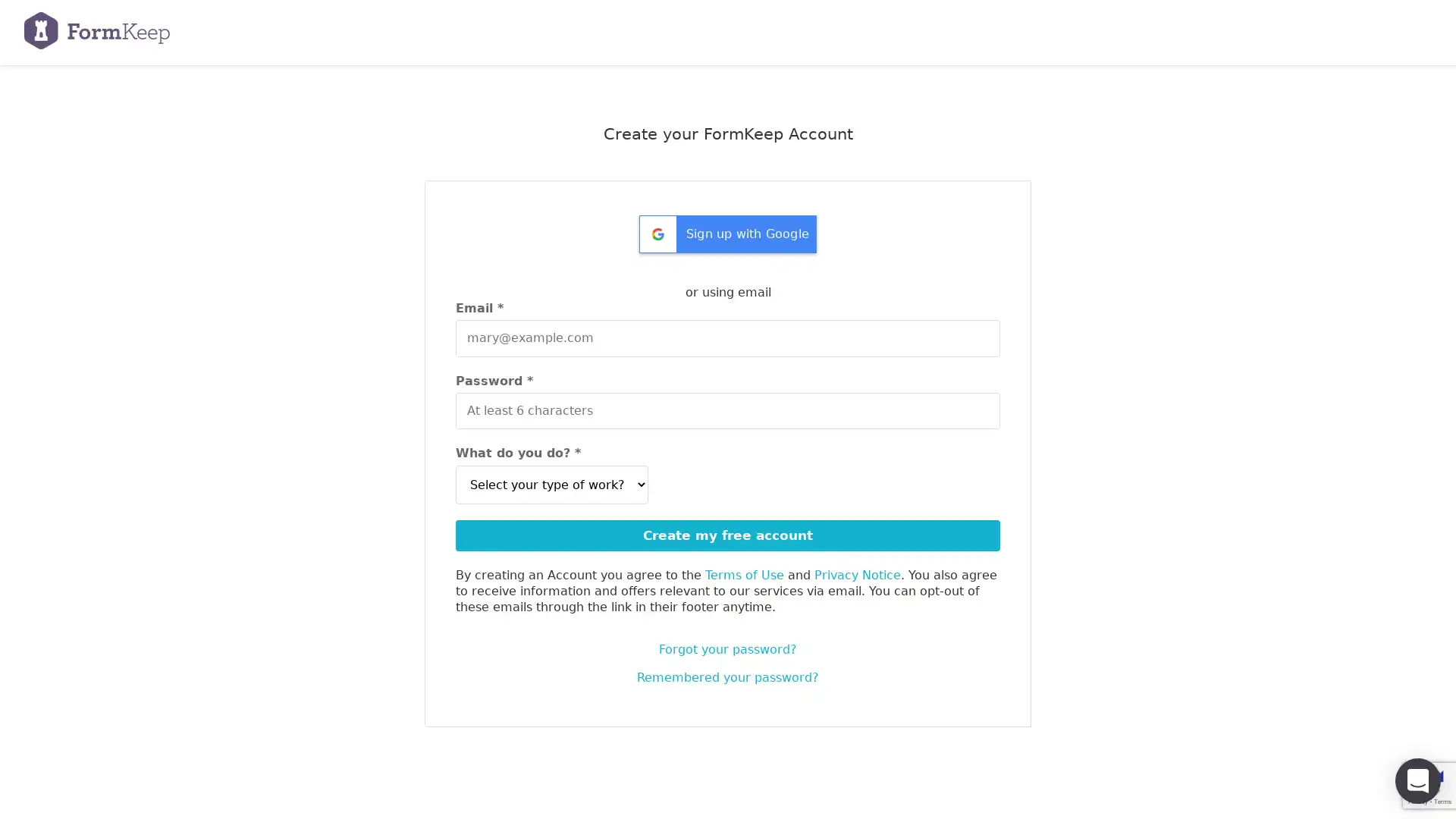  What do you see at coordinates (728, 239) in the screenshot?
I see `Sign up with Google` at bounding box center [728, 239].